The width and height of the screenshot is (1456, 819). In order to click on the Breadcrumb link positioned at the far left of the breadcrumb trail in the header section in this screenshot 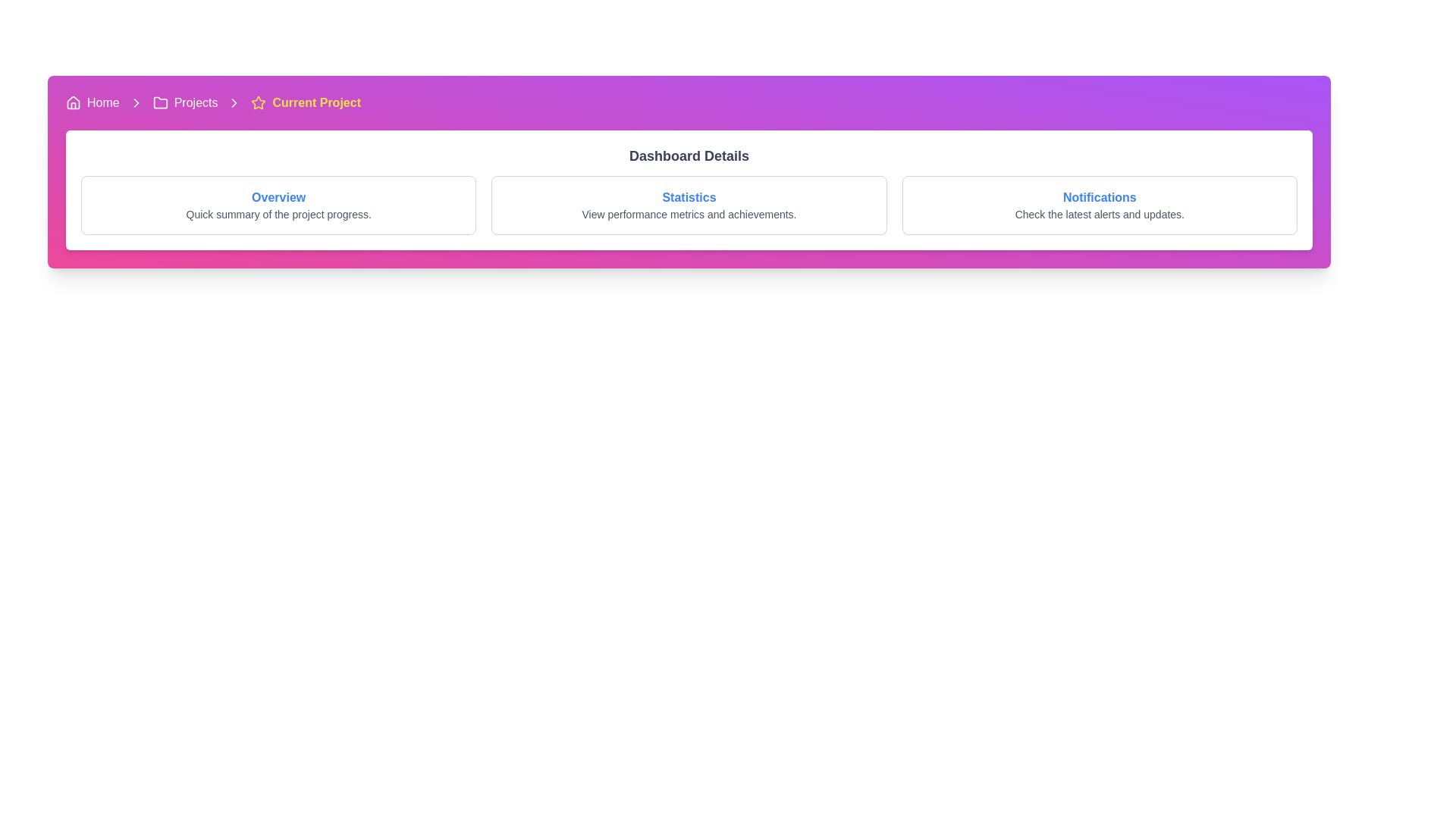, I will do `click(92, 102)`.